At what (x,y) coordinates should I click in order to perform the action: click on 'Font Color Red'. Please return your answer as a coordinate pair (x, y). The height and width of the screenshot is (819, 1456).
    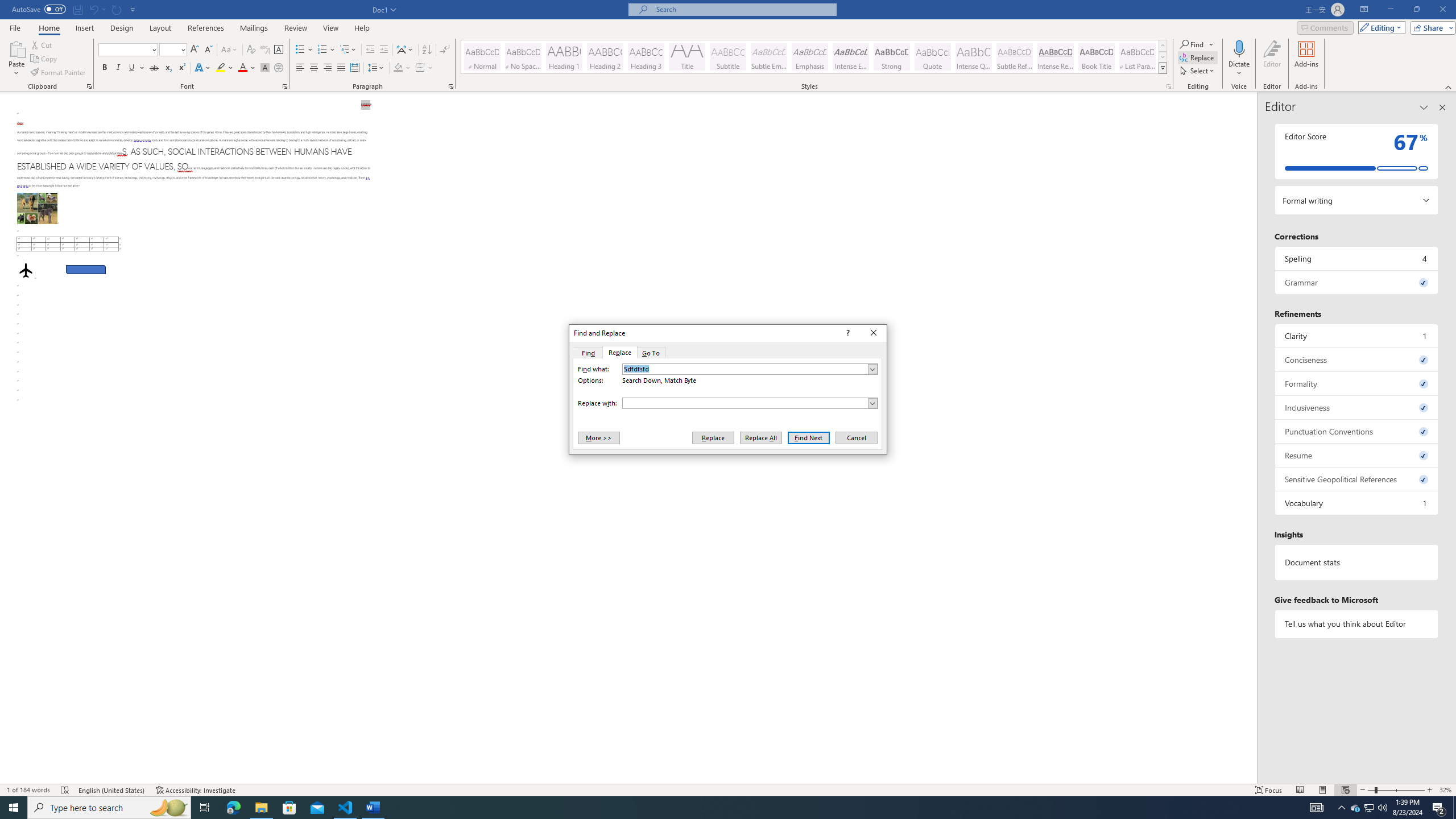
    Looking at the image, I should click on (242, 67).